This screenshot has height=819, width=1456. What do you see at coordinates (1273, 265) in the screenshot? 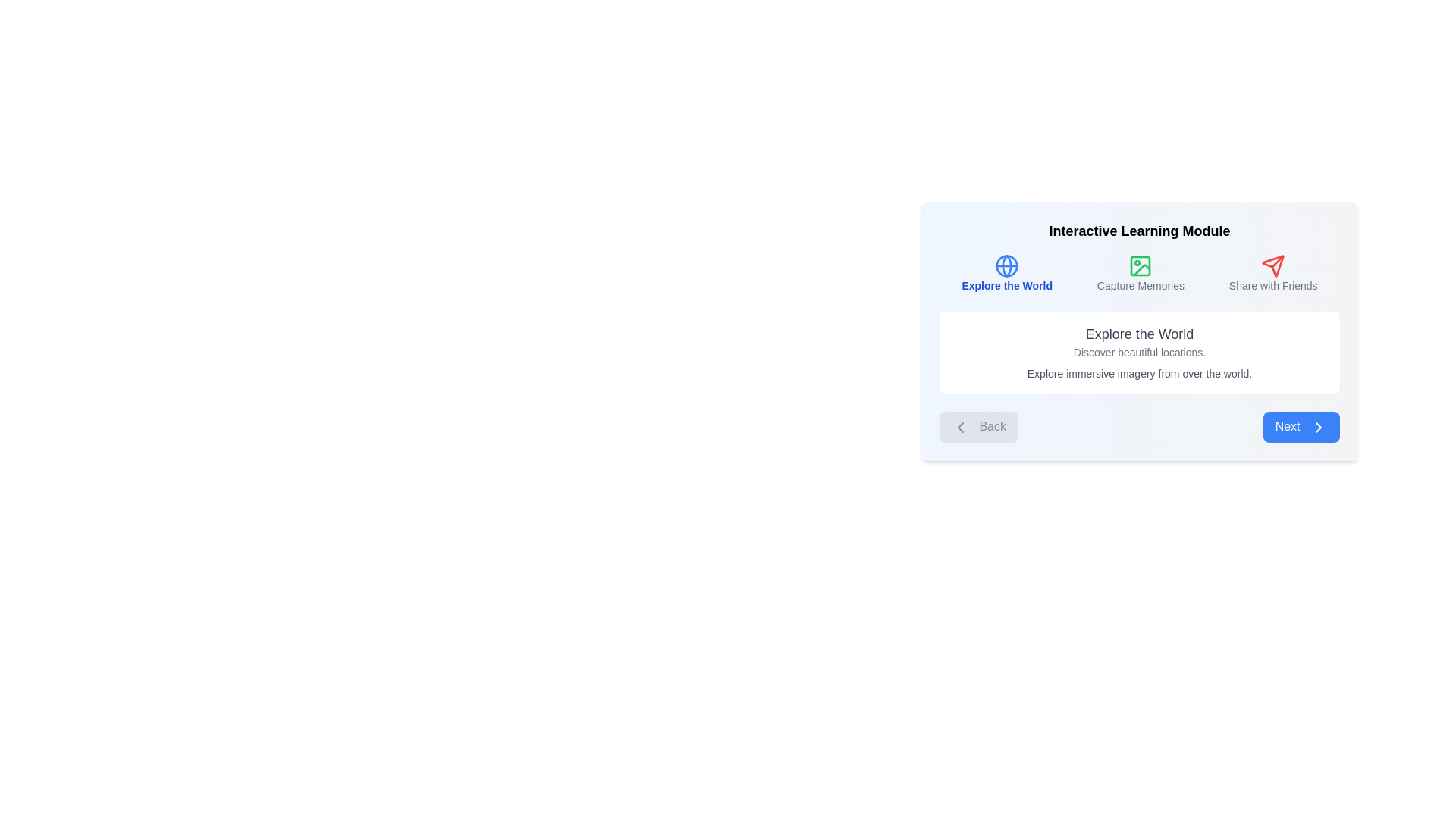
I see `the share icon, which is the rightmost icon above the label 'Share with Friends'` at bounding box center [1273, 265].